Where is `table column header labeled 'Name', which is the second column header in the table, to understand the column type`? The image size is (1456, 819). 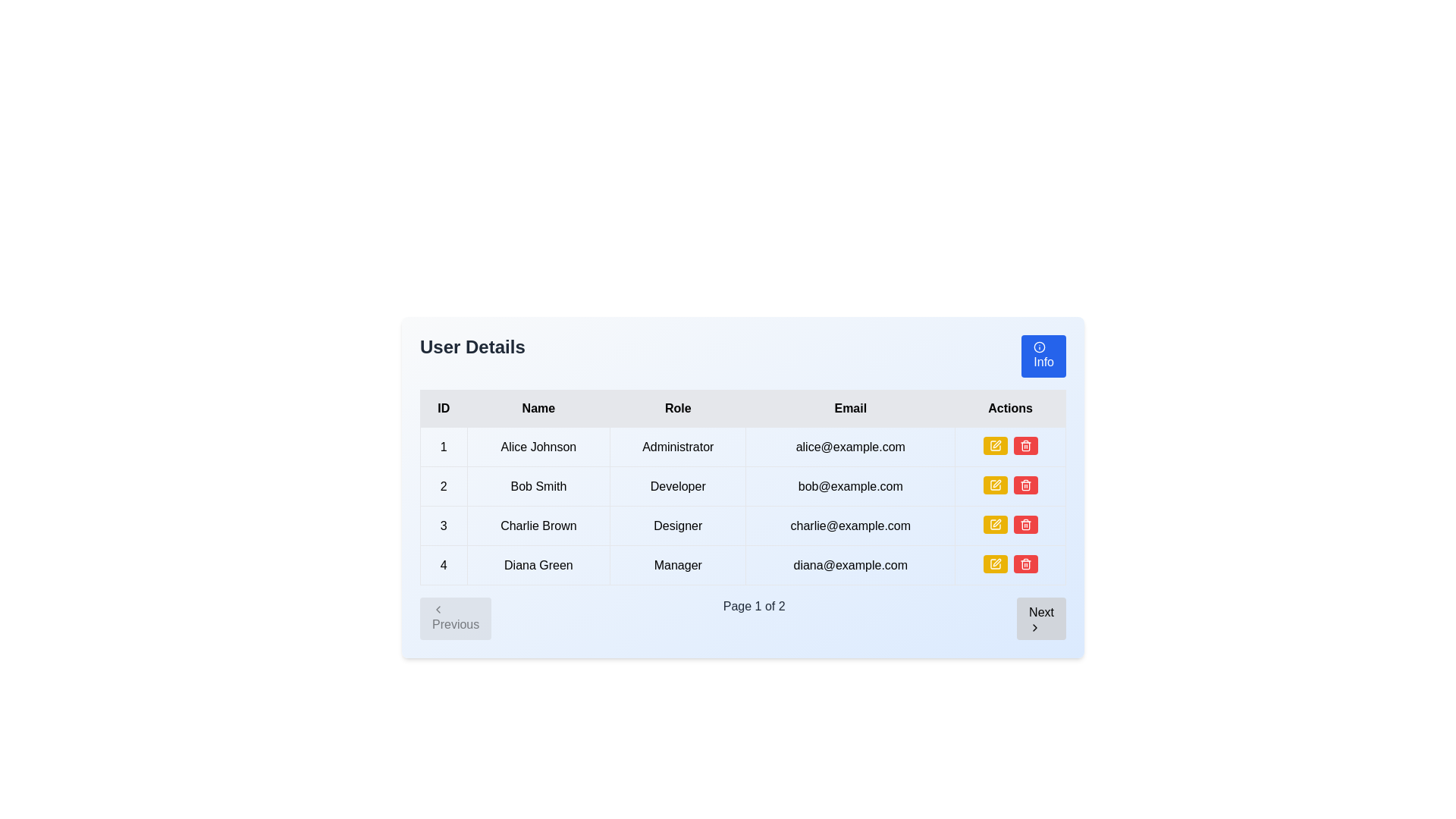 table column header labeled 'Name', which is the second column header in the table, to understand the column type is located at coordinates (538, 408).